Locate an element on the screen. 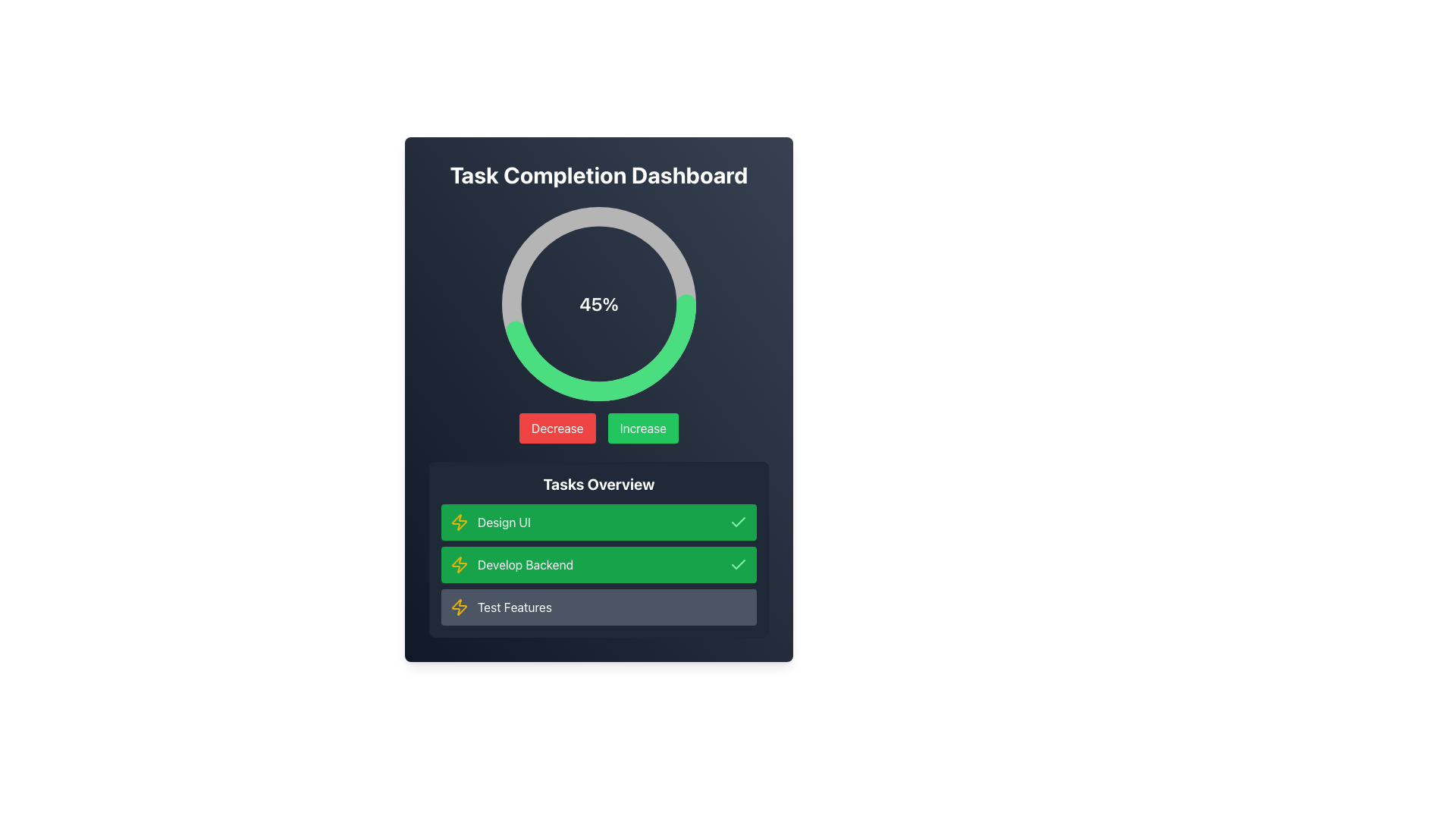  the text displaying '45%' which is centered inside a circular progress bar with a gray outer ring and a green progress portion is located at coordinates (598, 304).